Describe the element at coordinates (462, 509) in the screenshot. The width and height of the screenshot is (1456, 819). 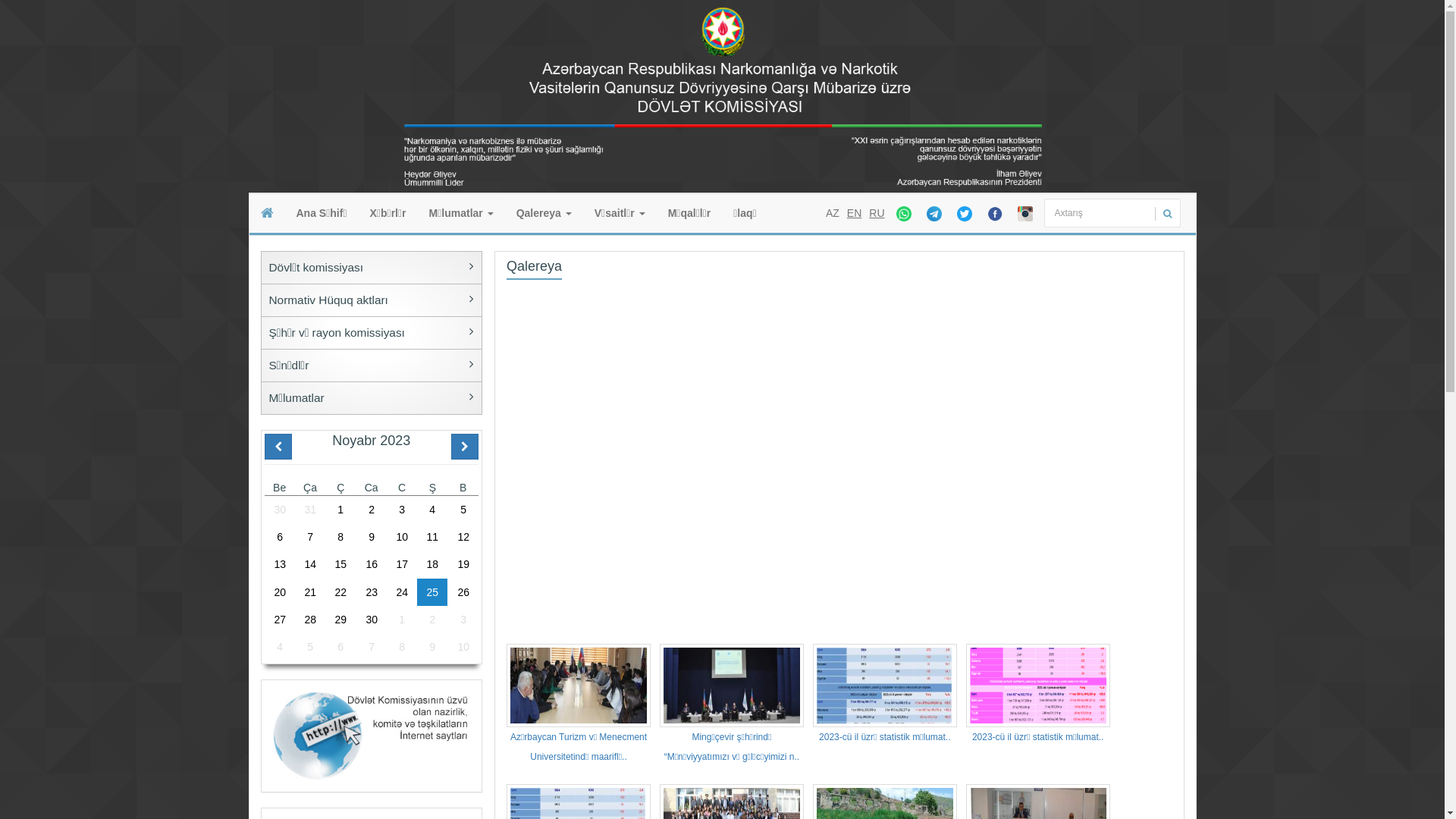
I see `'5'` at that location.